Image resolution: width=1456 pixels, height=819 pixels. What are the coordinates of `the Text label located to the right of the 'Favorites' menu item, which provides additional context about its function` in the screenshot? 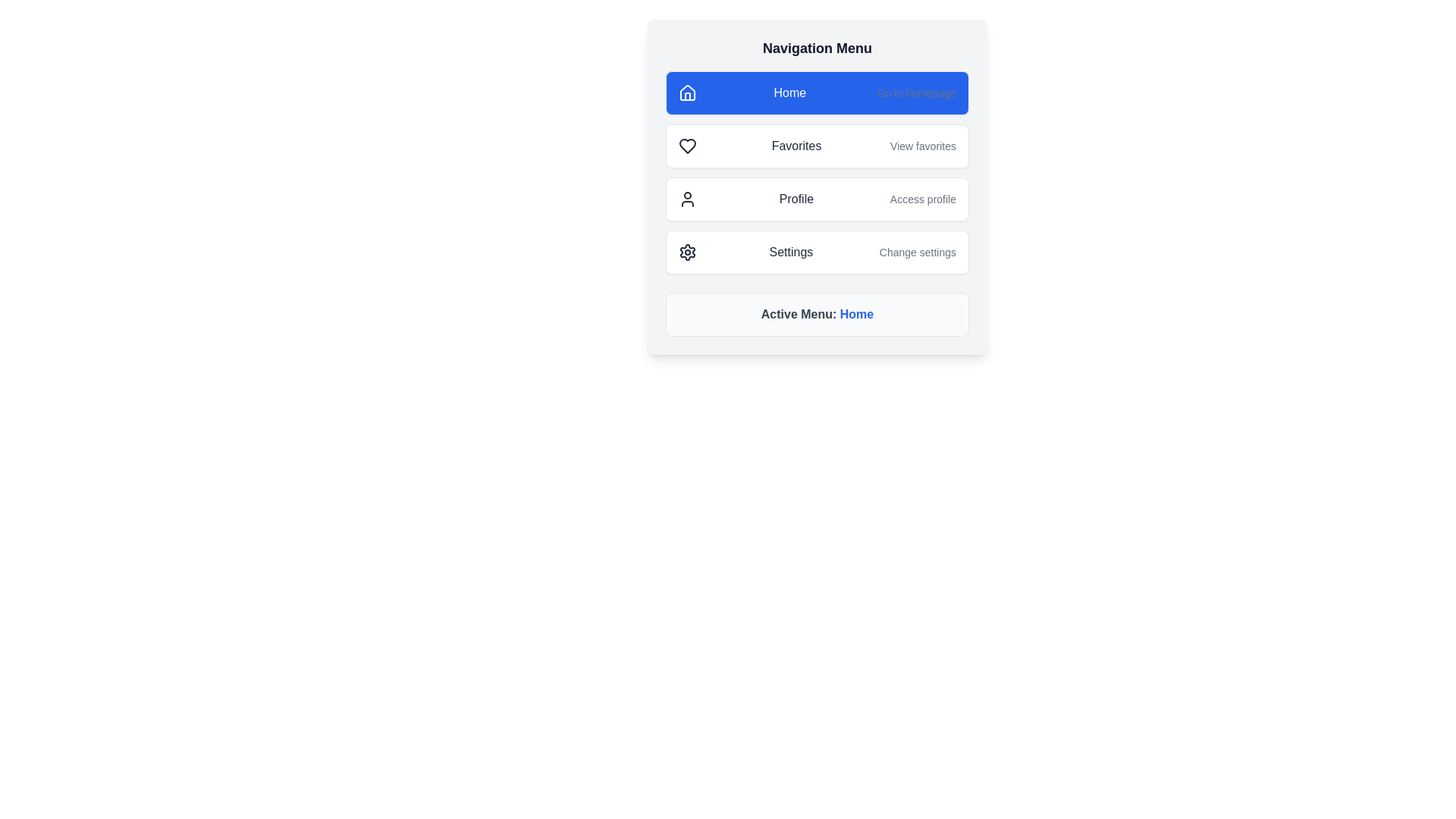 It's located at (922, 146).